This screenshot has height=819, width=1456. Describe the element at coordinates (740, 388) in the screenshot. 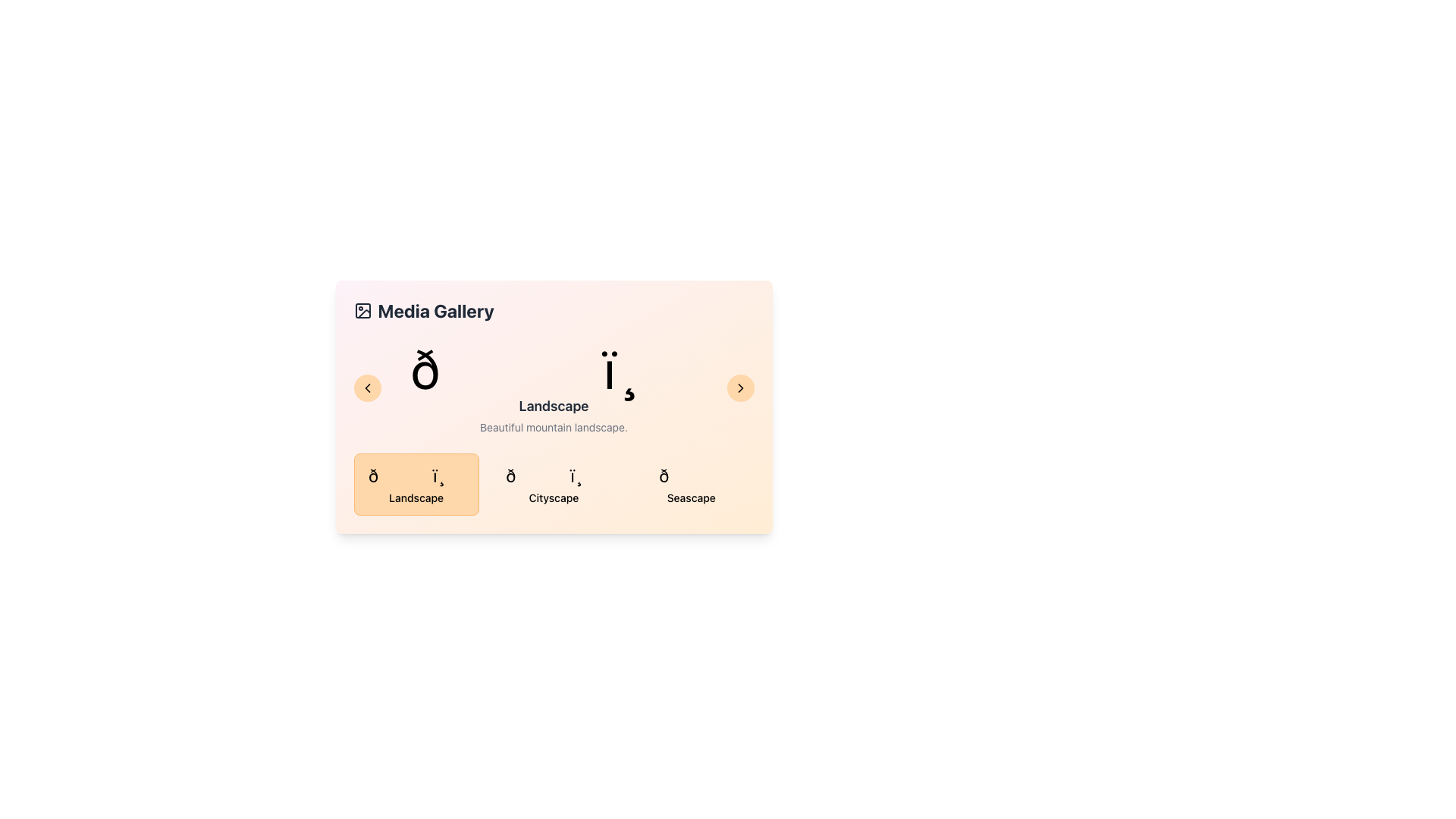

I see `the chevron icon embedded in the orange circular button located at the top-right corner of the card interface` at that location.